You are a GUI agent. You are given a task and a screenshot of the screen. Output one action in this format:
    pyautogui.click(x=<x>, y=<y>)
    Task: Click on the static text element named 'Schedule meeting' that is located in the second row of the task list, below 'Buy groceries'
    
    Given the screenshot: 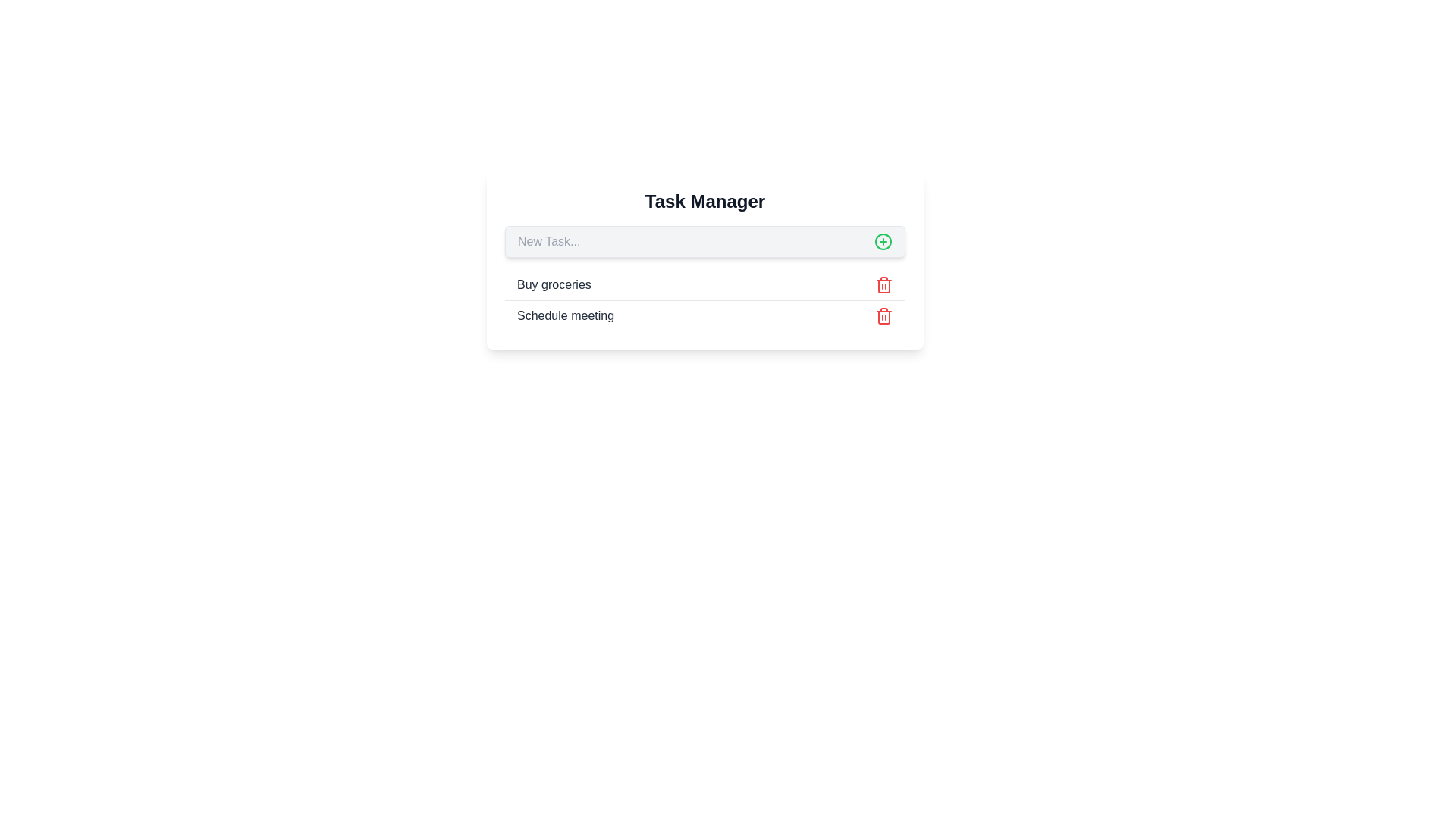 What is the action you would take?
    pyautogui.click(x=565, y=315)
    